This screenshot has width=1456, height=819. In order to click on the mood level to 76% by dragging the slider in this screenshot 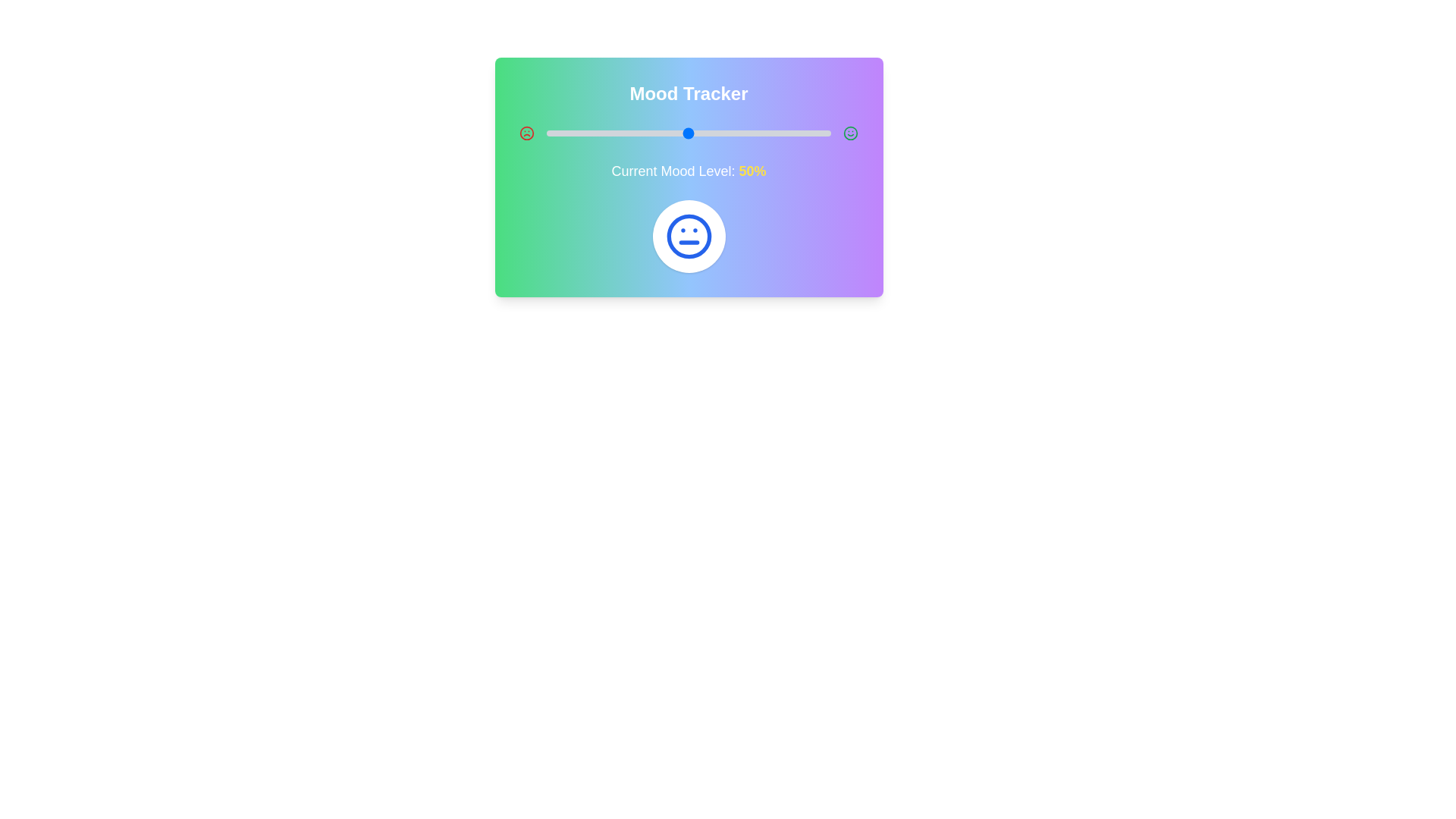, I will do `click(763, 133)`.